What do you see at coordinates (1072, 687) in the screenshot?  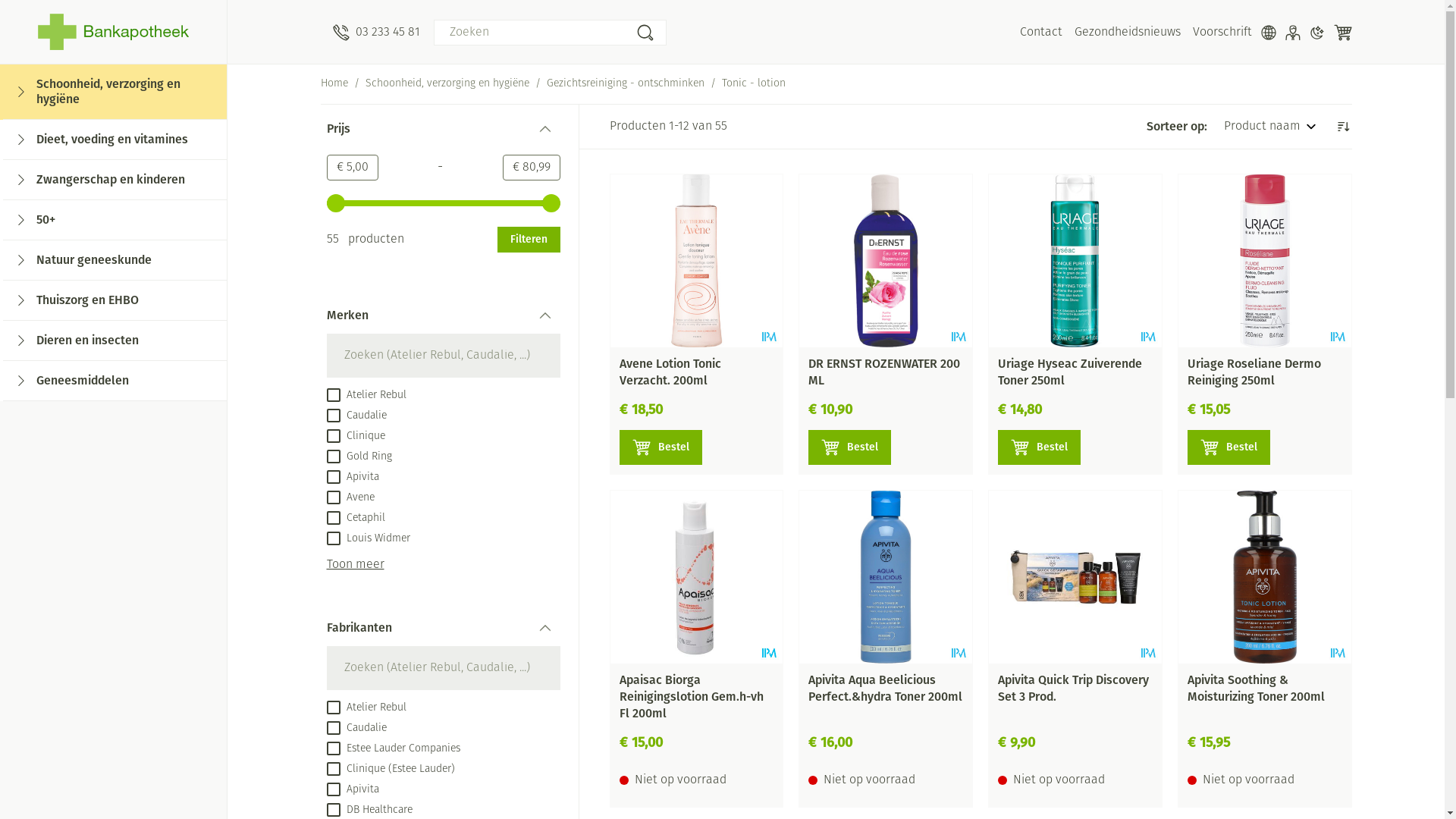 I see `'Apivita Quick Trip Discovery Set 3 Prod.'` at bounding box center [1072, 687].